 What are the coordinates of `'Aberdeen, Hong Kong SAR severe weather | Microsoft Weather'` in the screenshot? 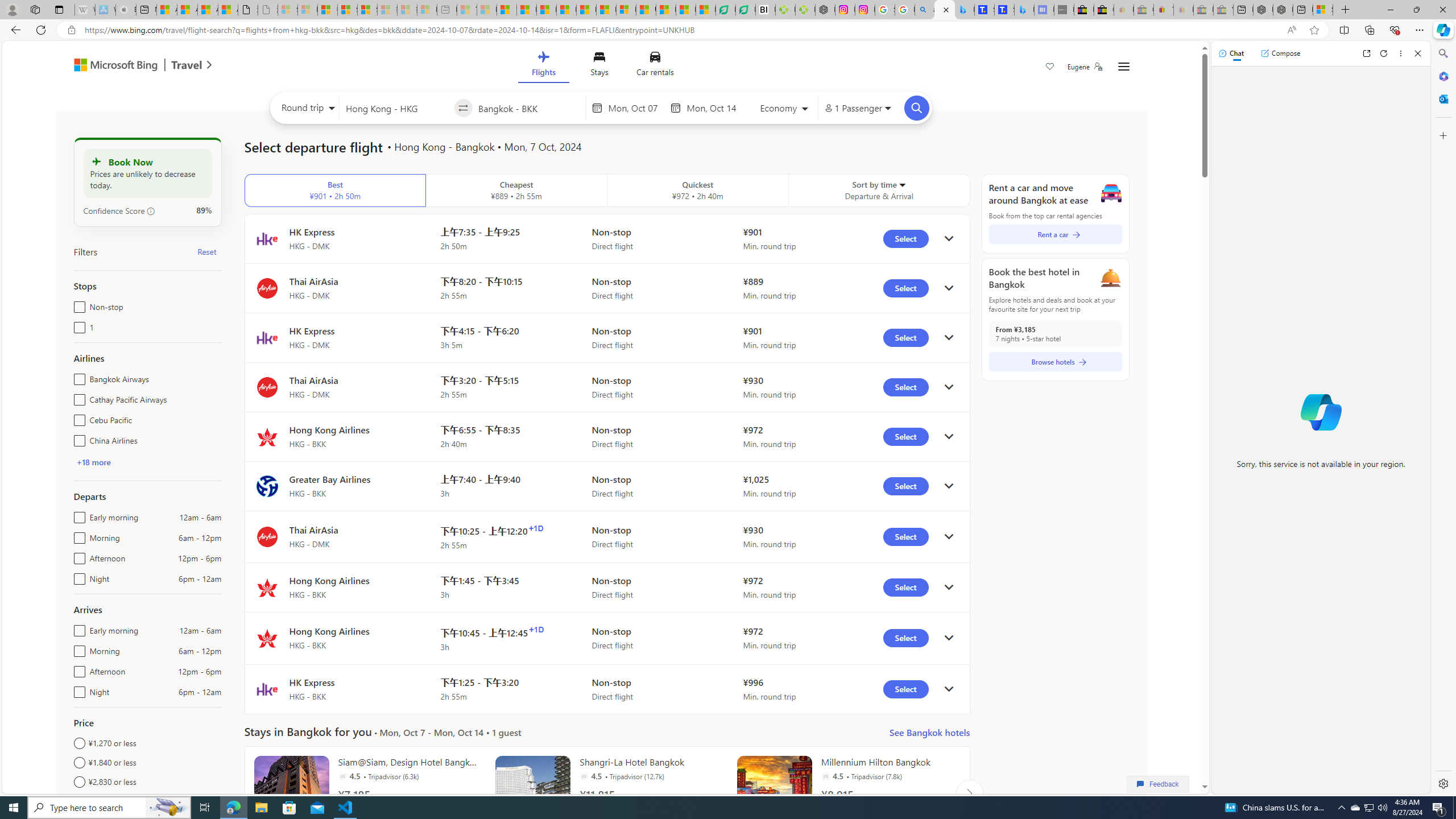 It's located at (227, 9).